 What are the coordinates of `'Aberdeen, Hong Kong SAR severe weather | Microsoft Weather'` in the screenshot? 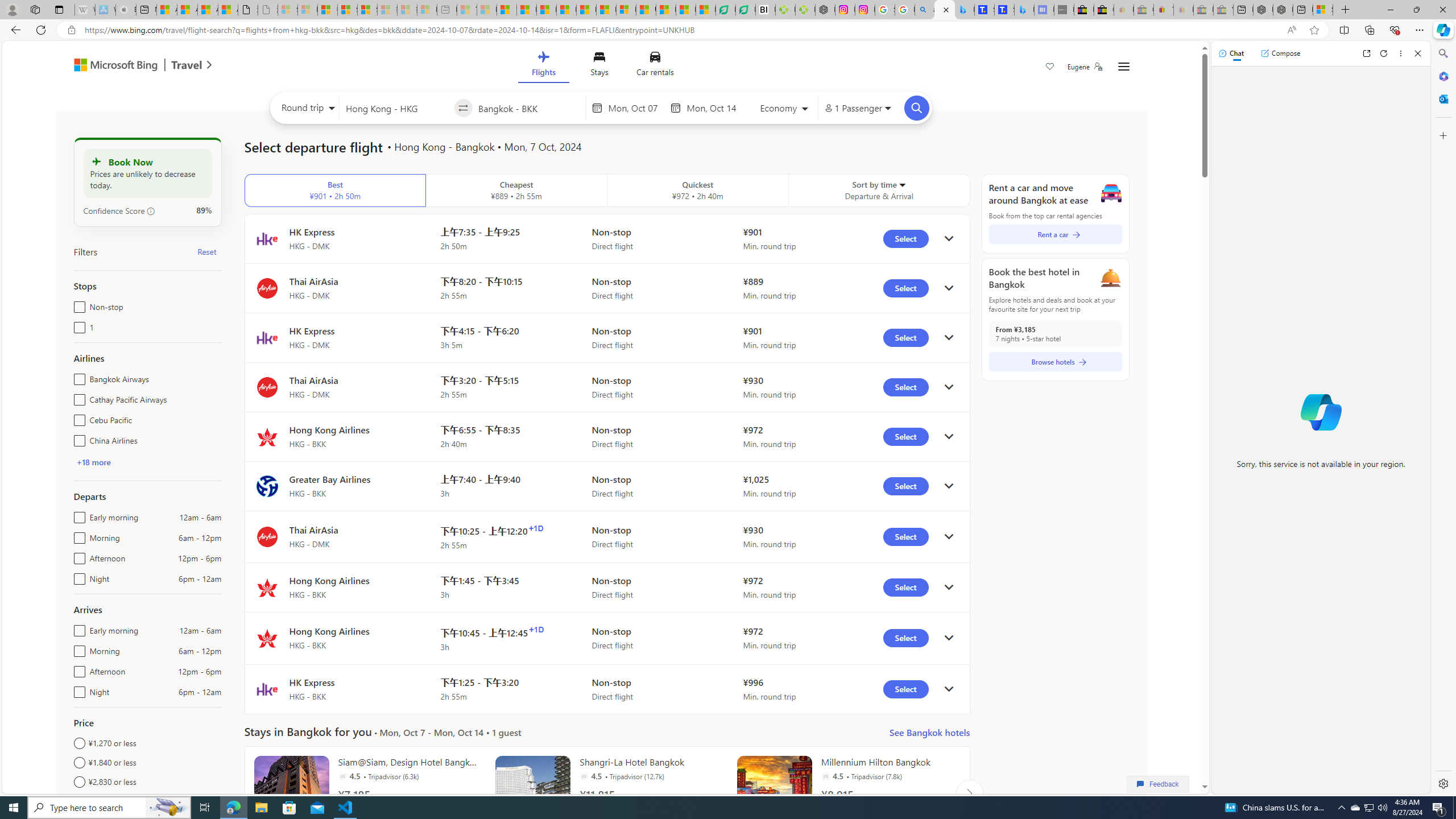 It's located at (227, 9).